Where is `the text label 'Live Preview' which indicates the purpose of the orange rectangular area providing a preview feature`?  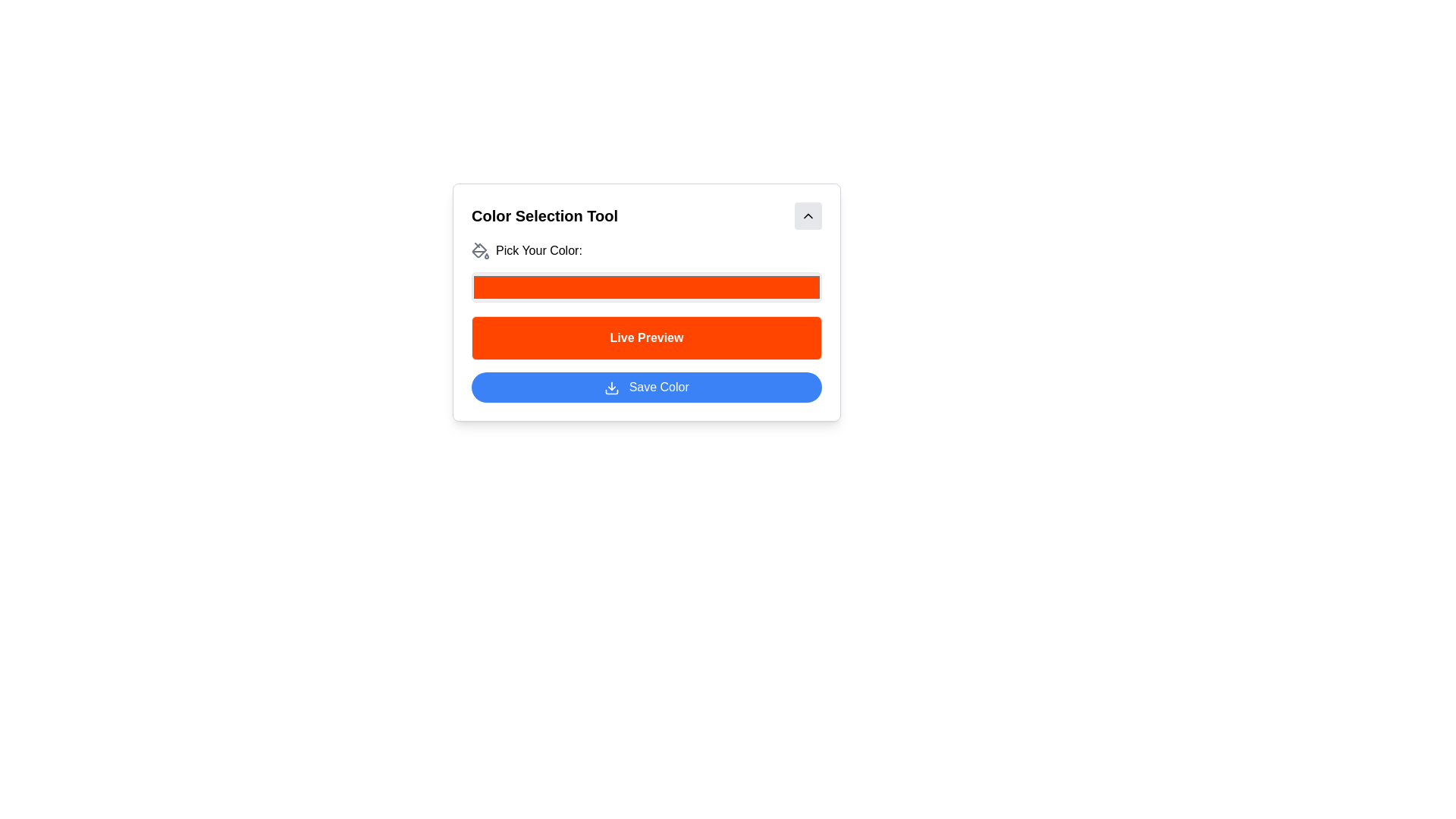 the text label 'Live Preview' which indicates the purpose of the orange rectangular area providing a preview feature is located at coordinates (647, 337).